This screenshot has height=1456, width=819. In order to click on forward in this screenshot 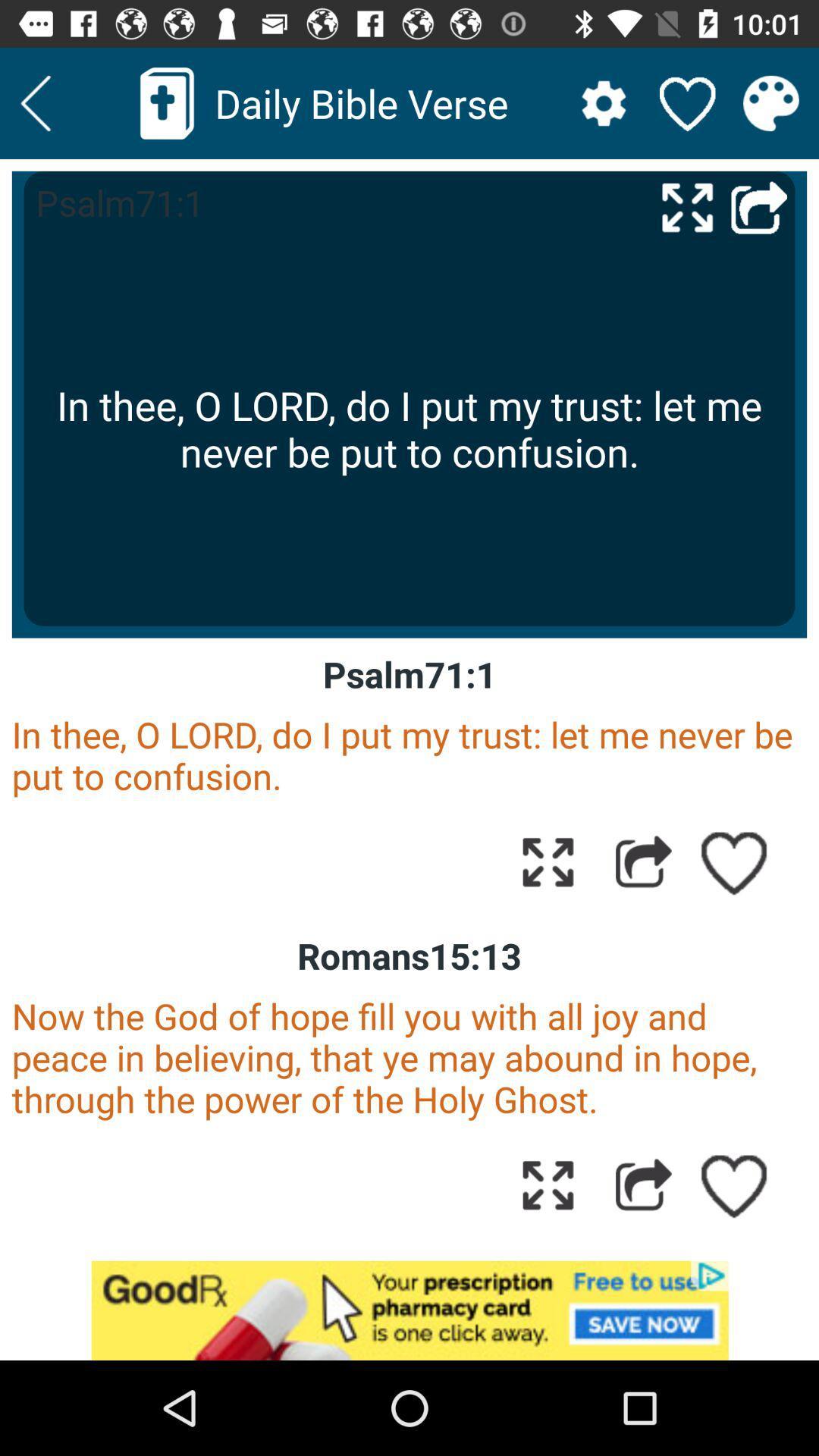, I will do `click(759, 206)`.